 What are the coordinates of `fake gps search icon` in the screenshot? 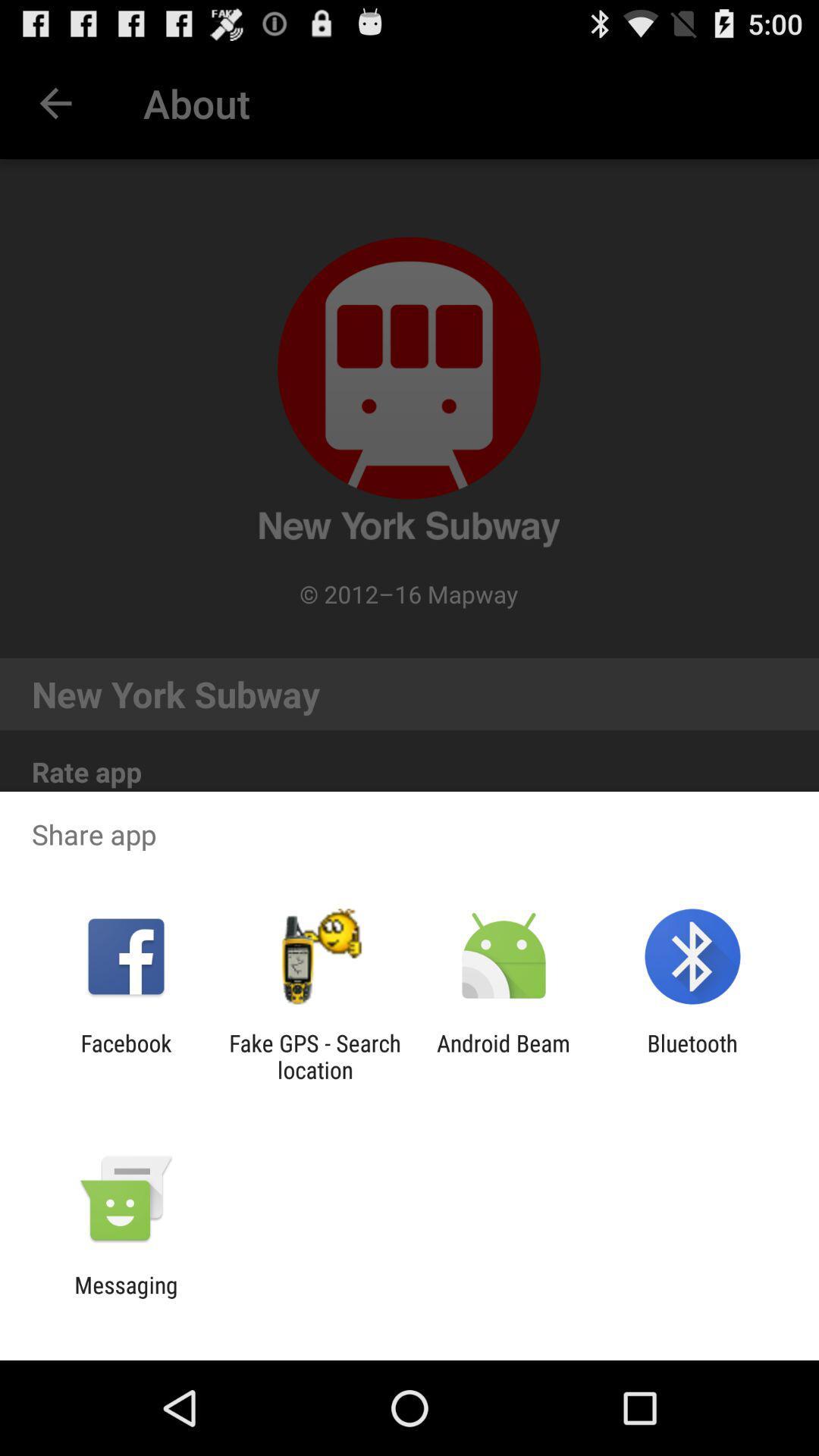 It's located at (314, 1056).